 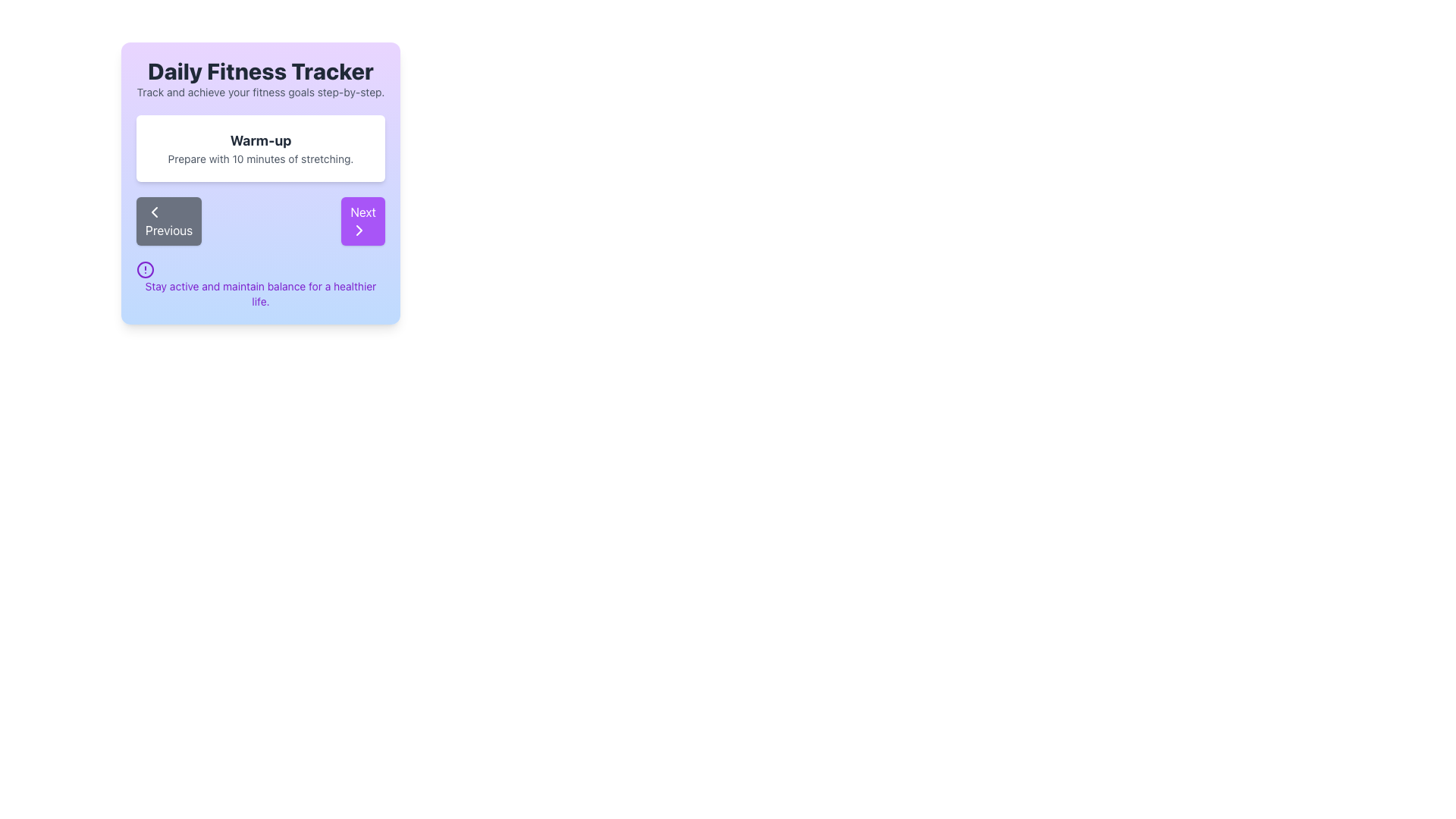 I want to click on the Informational Section containing the text 'Warm-up' and 'Prepare with 10 minutes of stretching.', so click(x=261, y=180).